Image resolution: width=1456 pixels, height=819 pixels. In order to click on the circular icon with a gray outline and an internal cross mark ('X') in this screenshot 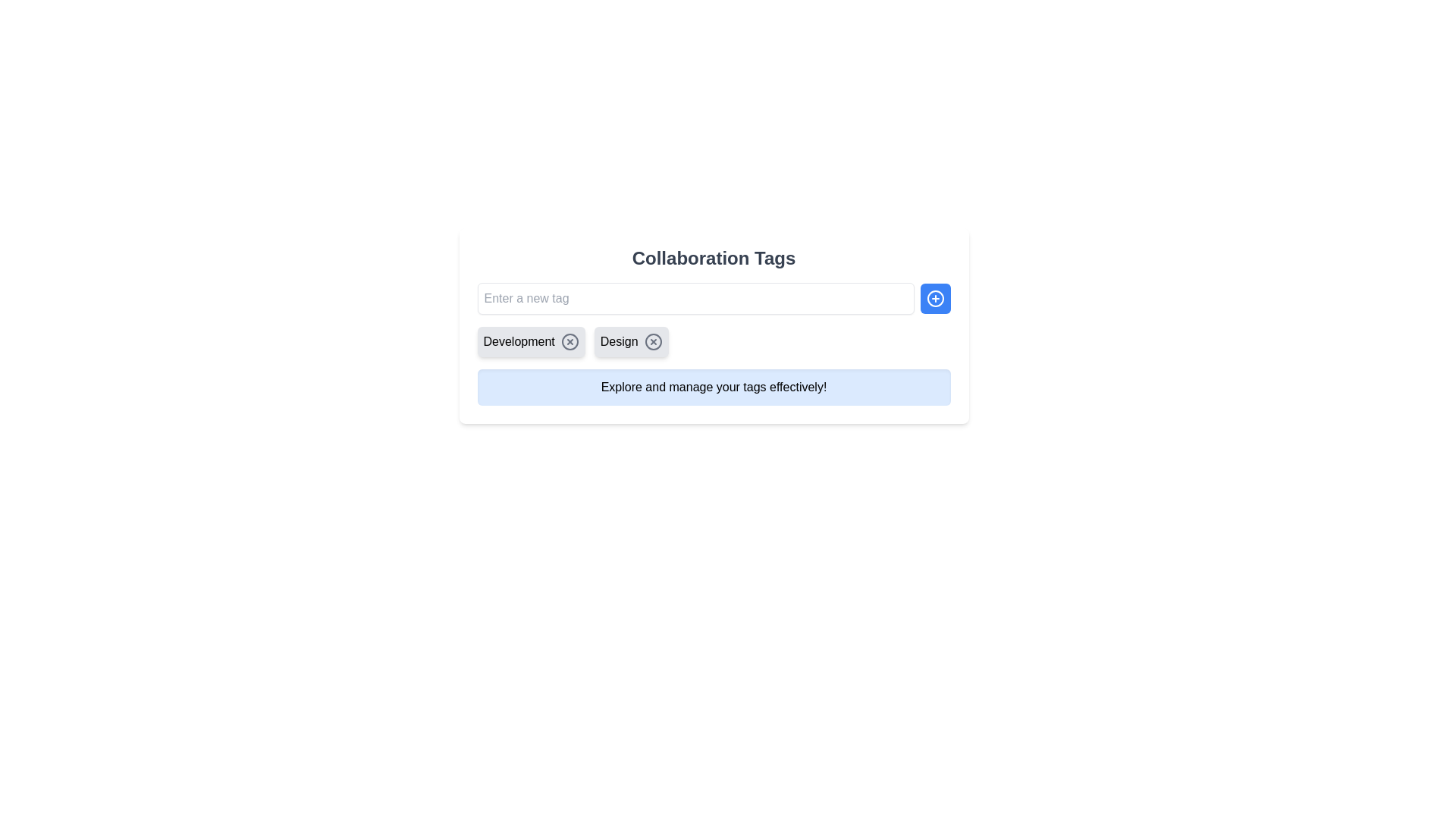, I will do `click(569, 342)`.